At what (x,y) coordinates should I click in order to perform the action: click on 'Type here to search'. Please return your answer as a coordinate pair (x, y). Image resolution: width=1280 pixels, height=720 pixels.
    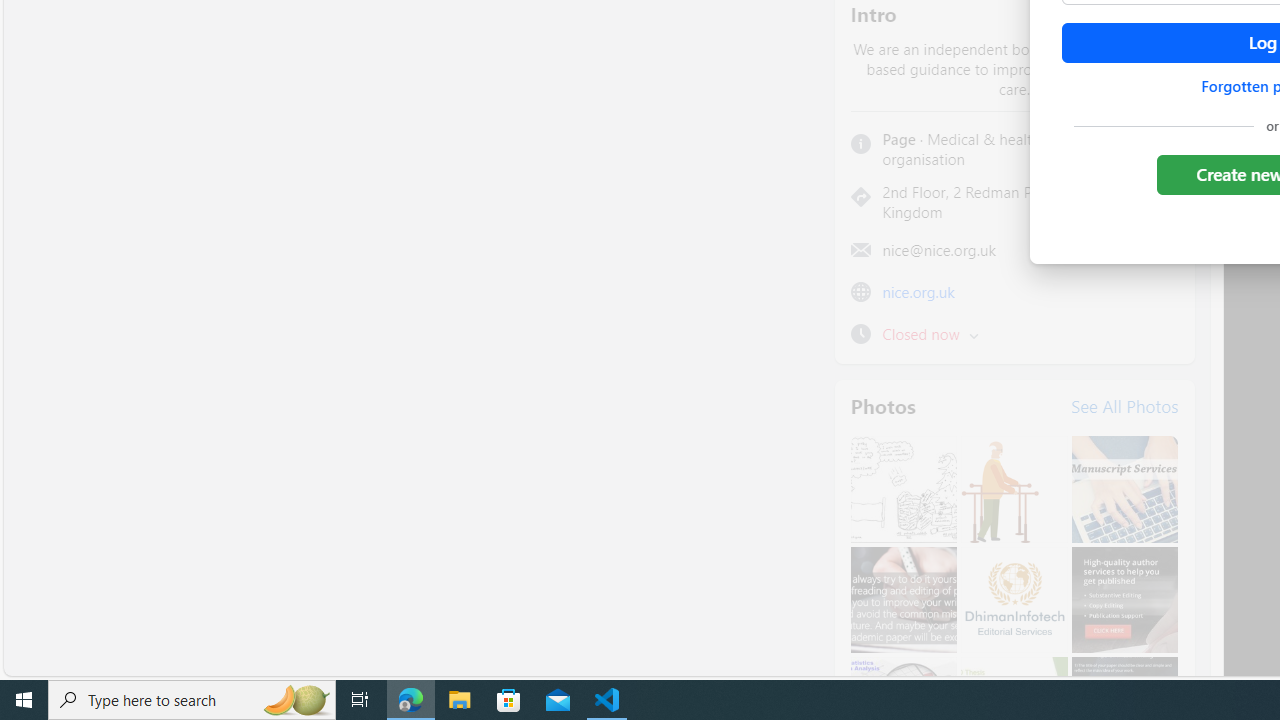
    Looking at the image, I should click on (192, 698).